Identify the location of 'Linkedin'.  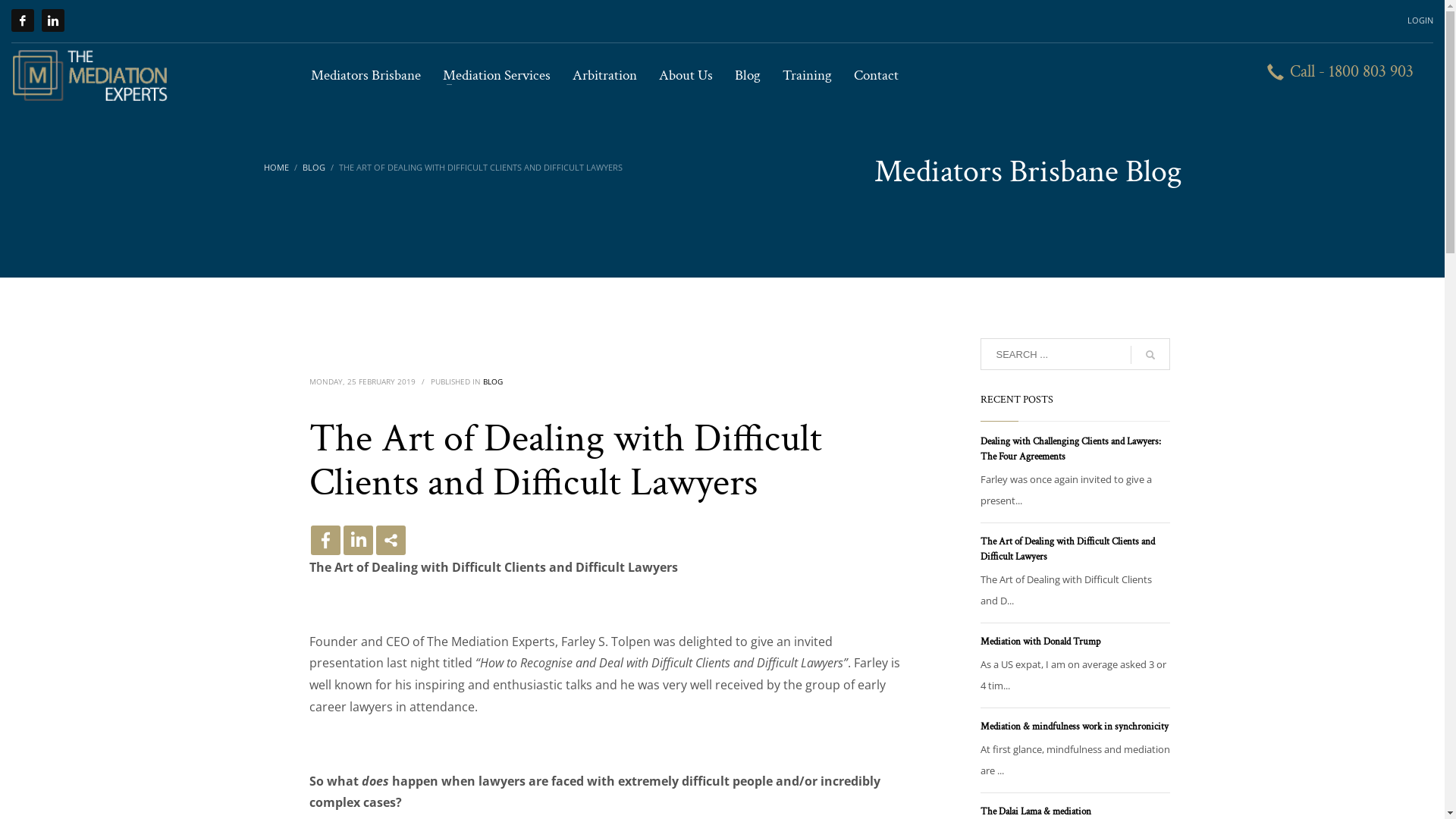
(356, 539).